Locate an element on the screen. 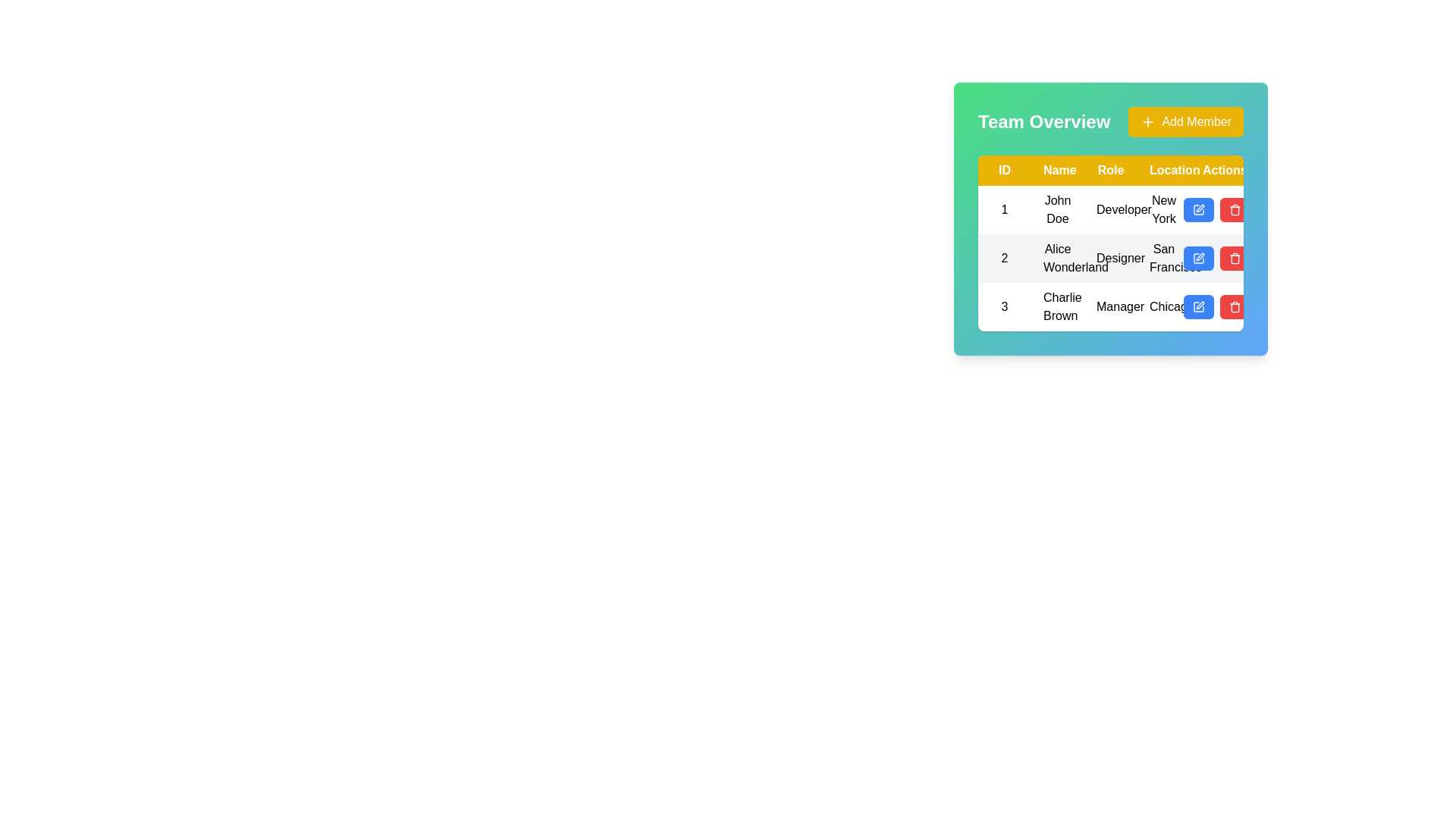 This screenshot has width=1456, height=819. the text label 'Alice Wonderland' in the second column of the second row within the team members table is located at coordinates (1057, 257).